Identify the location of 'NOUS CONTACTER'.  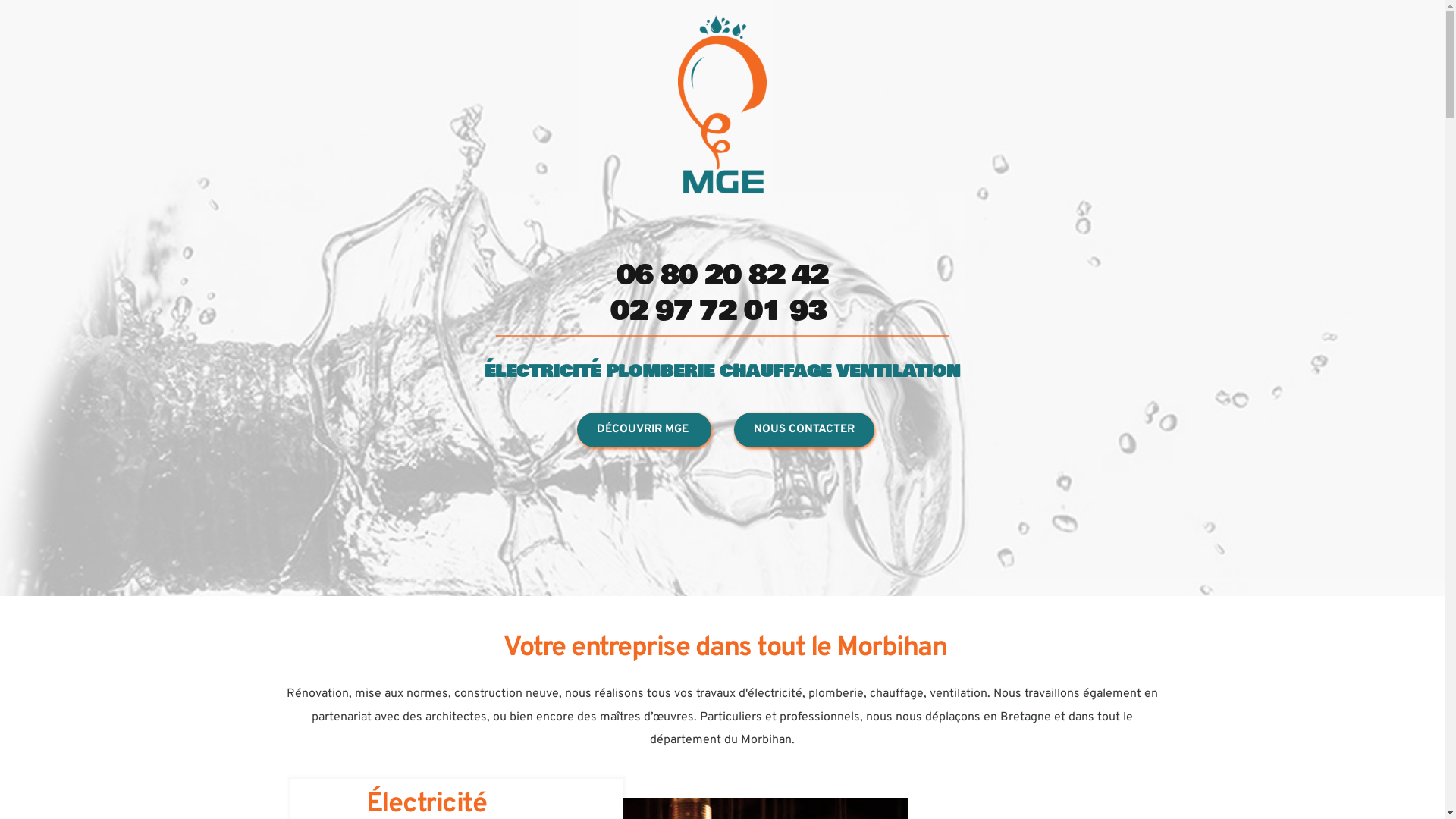
(803, 430).